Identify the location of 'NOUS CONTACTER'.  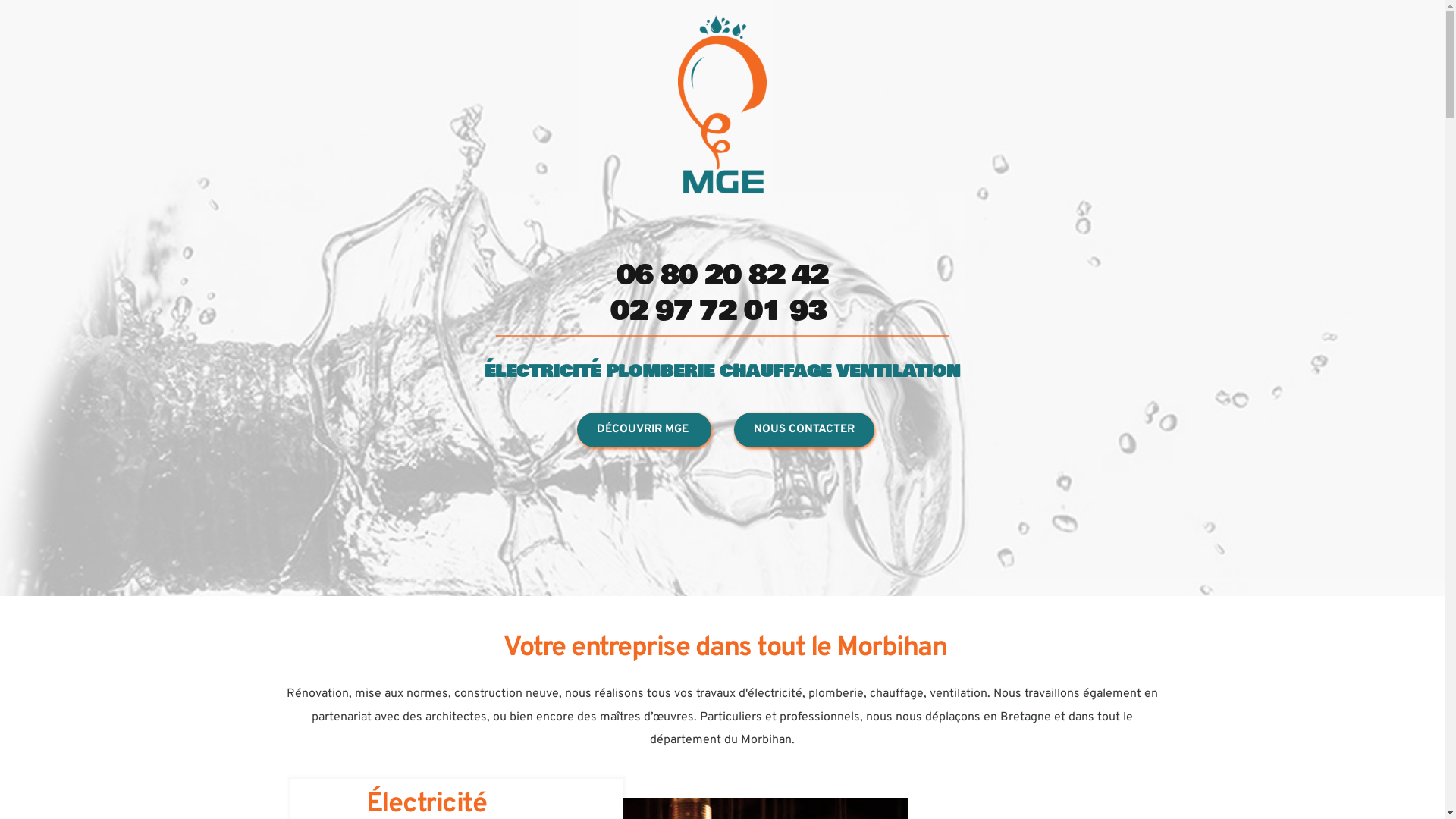
(803, 430).